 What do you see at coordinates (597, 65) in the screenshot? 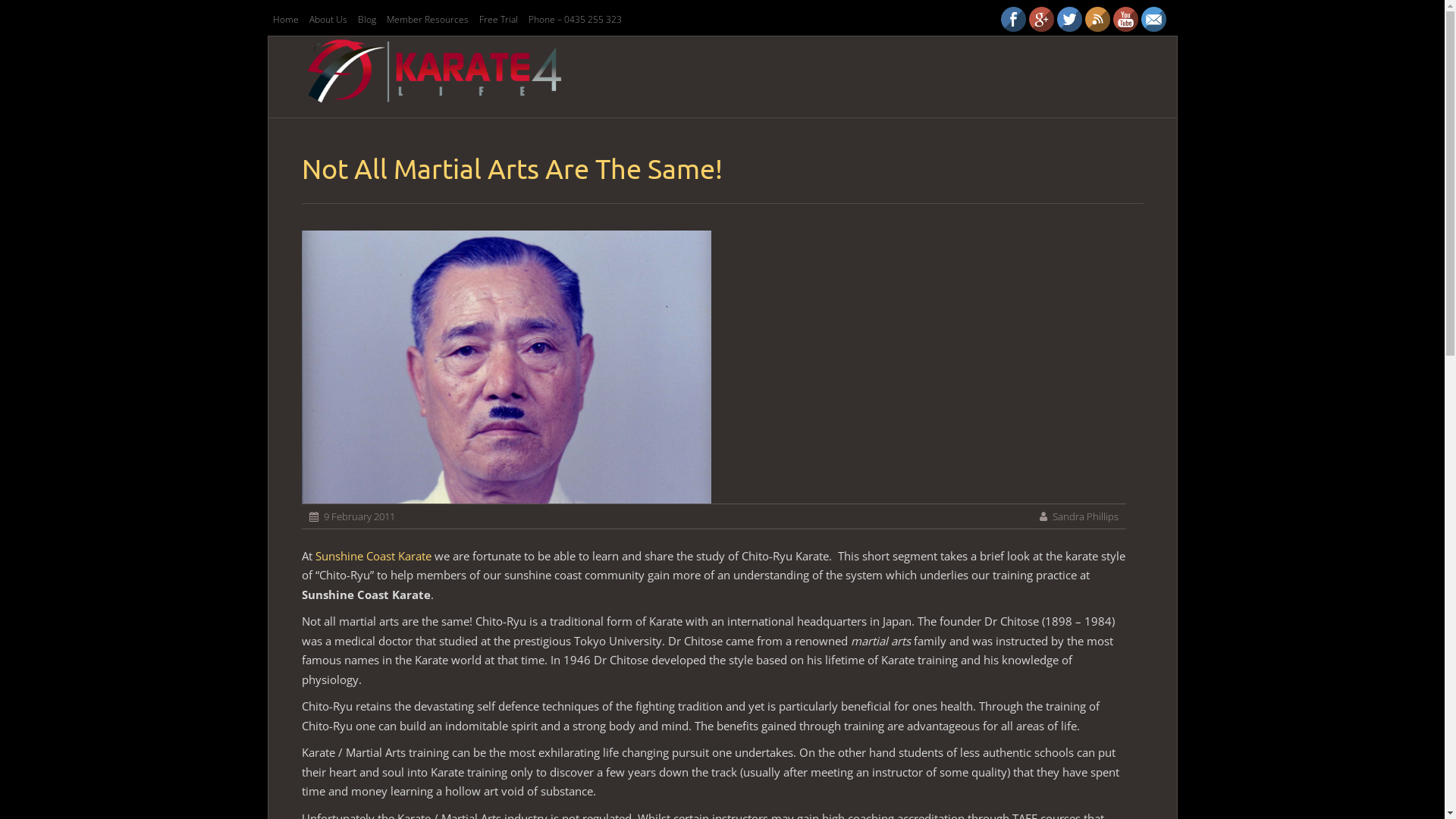
I see `'Skip to content'` at bounding box center [597, 65].